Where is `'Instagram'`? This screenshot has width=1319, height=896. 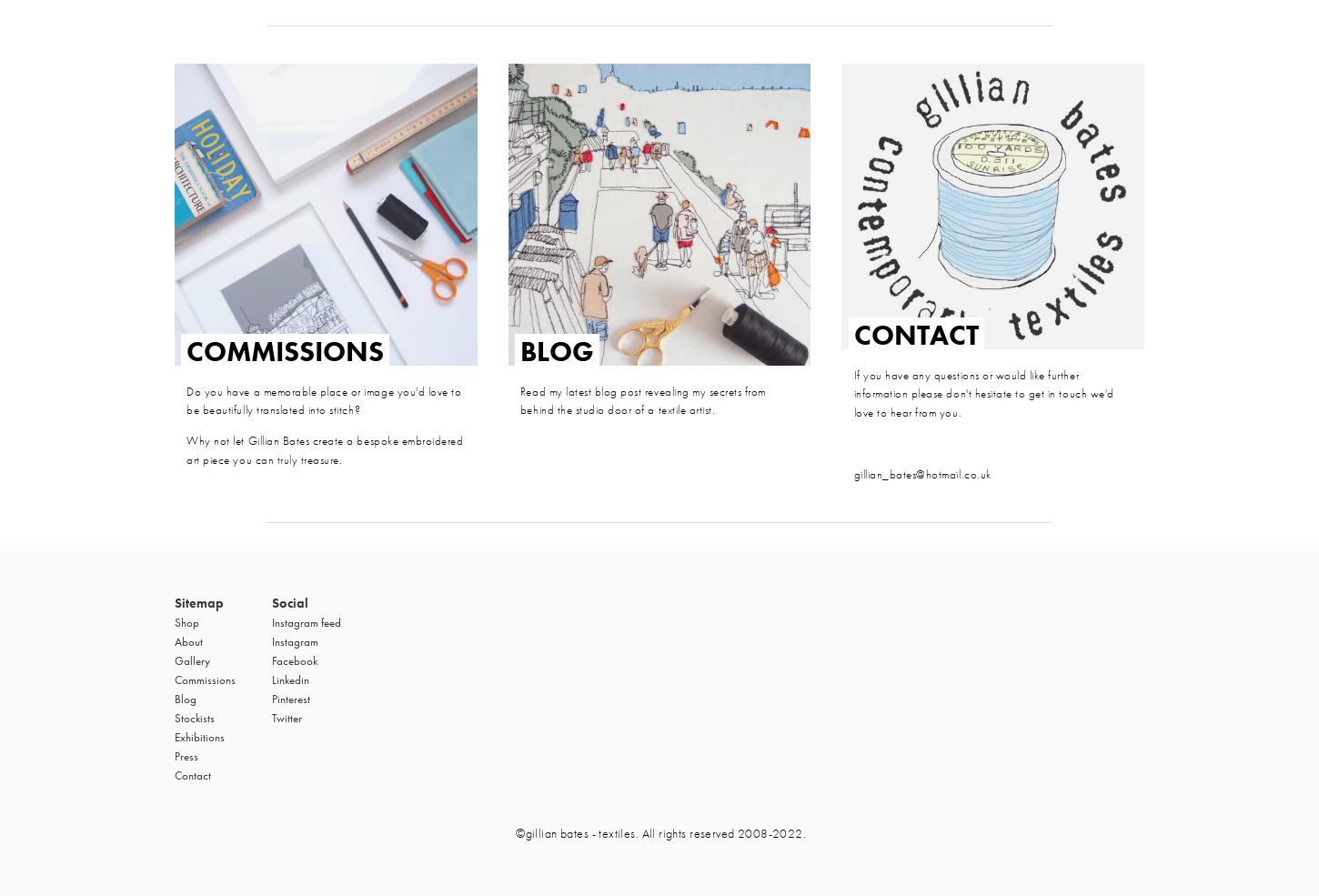 'Instagram' is located at coordinates (295, 640).